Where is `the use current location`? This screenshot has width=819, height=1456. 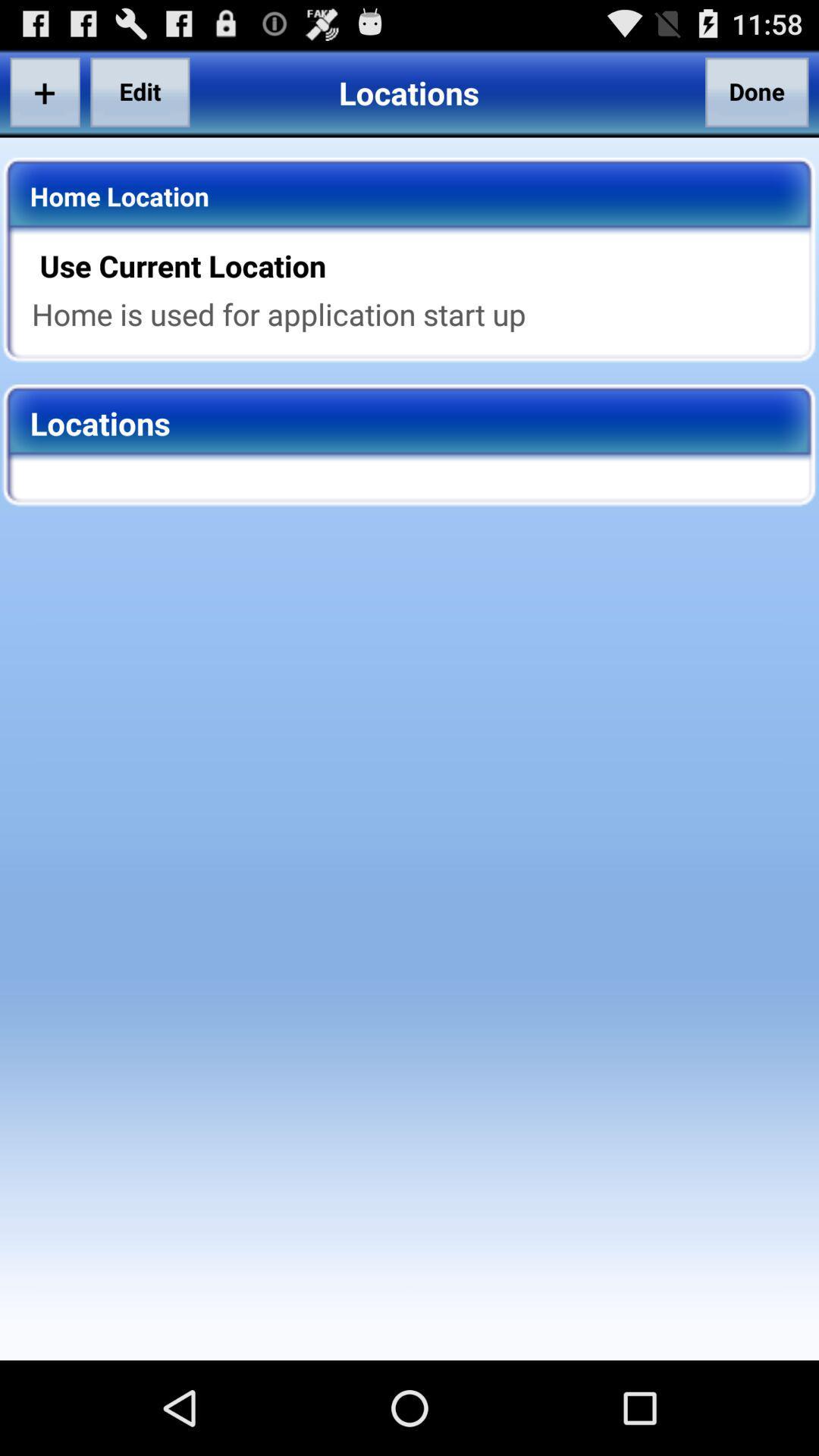 the use current location is located at coordinates (419, 265).